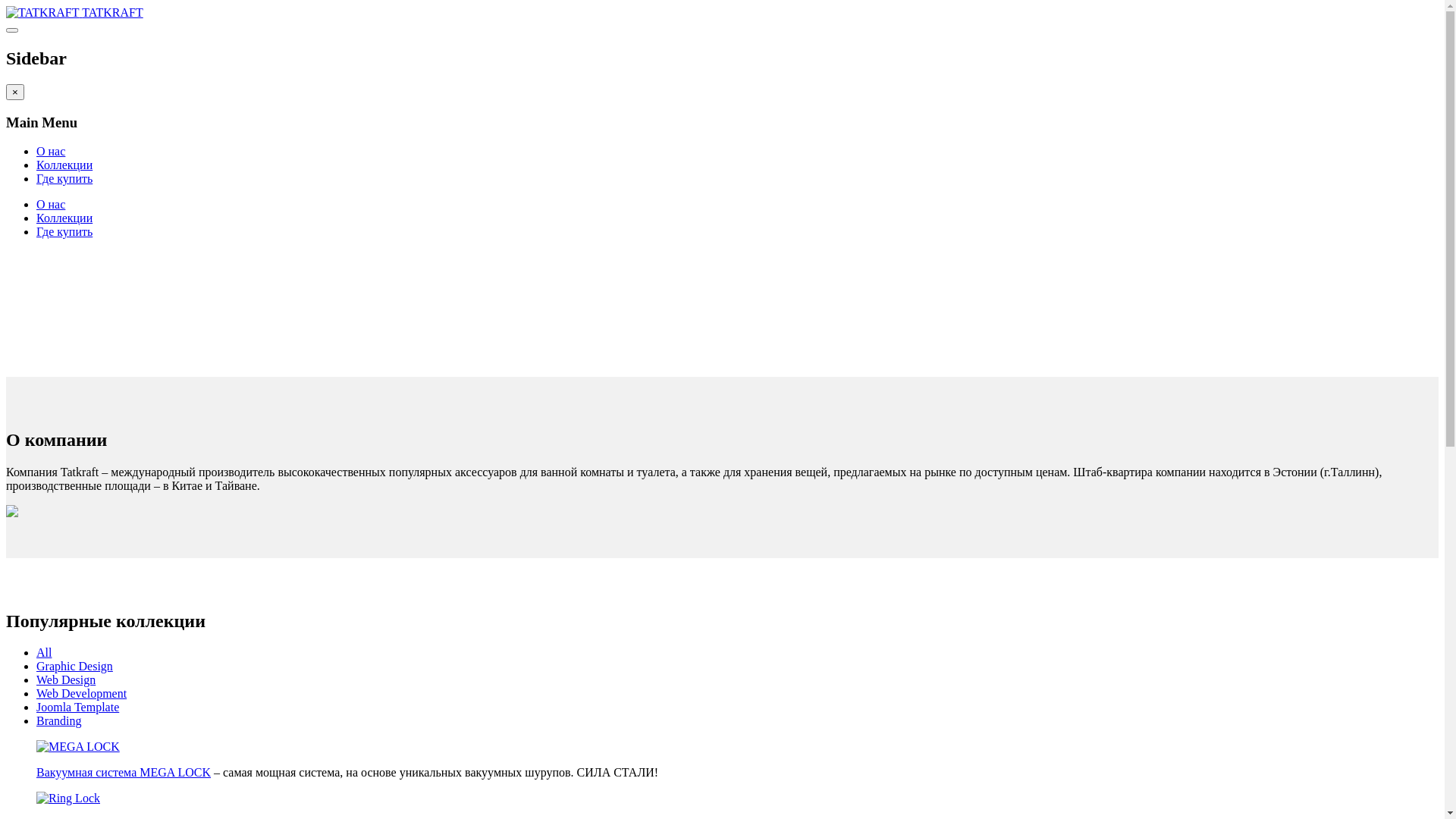  Describe the element at coordinates (64, 679) in the screenshot. I see `'Web Design'` at that location.